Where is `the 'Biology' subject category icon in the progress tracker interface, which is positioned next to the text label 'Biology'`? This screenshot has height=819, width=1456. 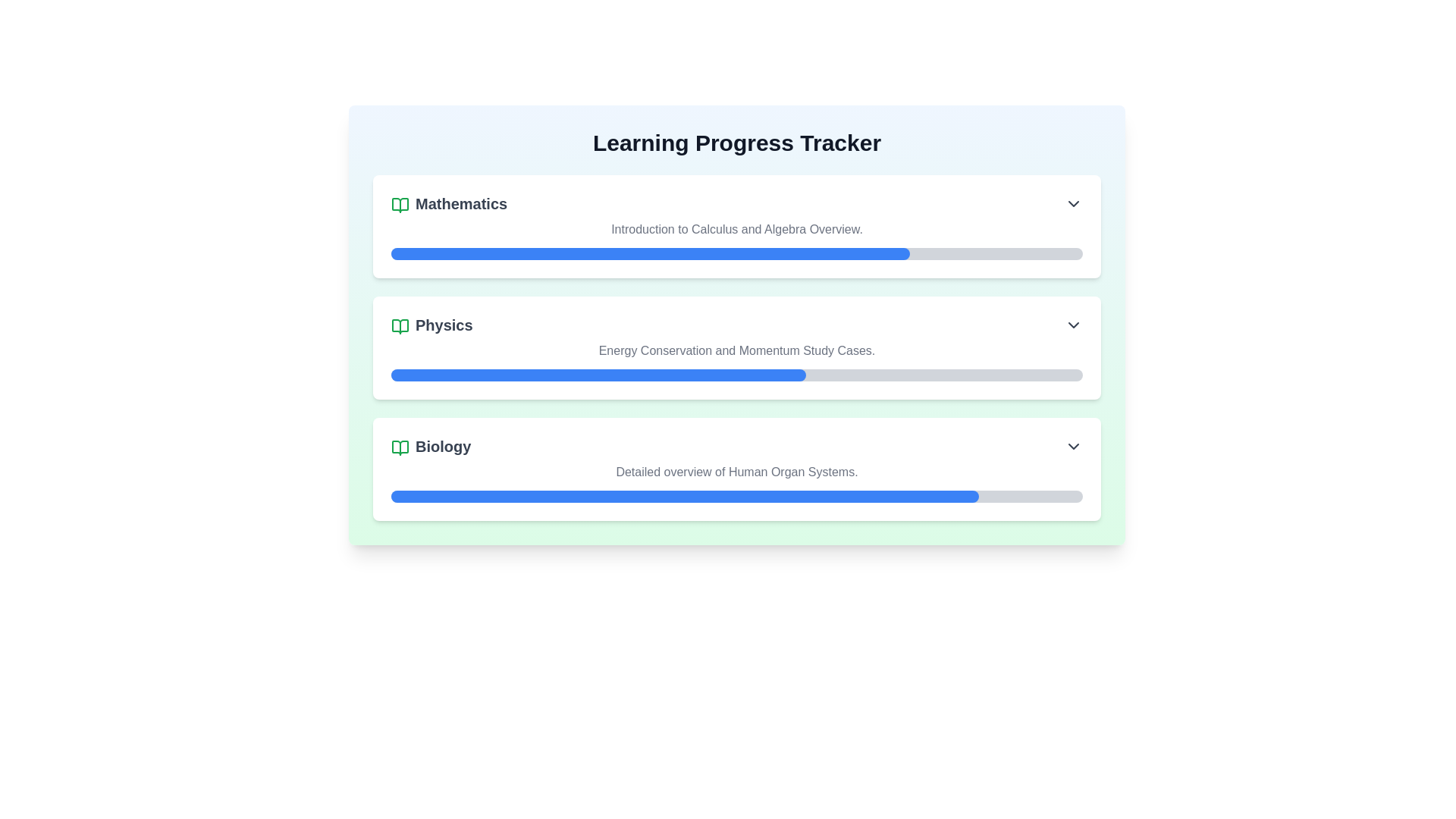
the 'Biology' subject category icon in the progress tracker interface, which is positioned next to the text label 'Biology' is located at coordinates (400, 447).